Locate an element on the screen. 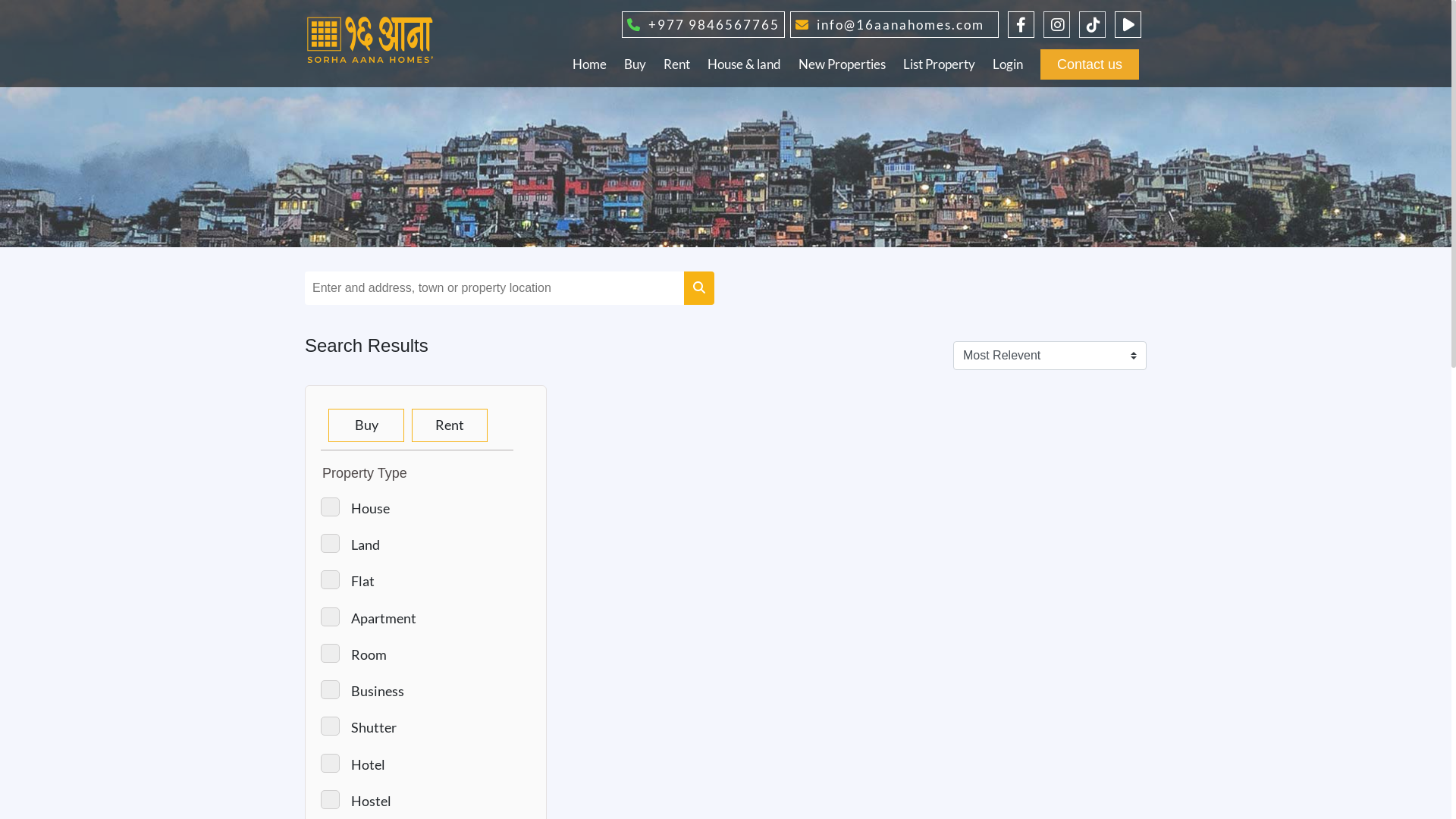 This screenshot has width=1456, height=819. 'New Properties' is located at coordinates (797, 63).